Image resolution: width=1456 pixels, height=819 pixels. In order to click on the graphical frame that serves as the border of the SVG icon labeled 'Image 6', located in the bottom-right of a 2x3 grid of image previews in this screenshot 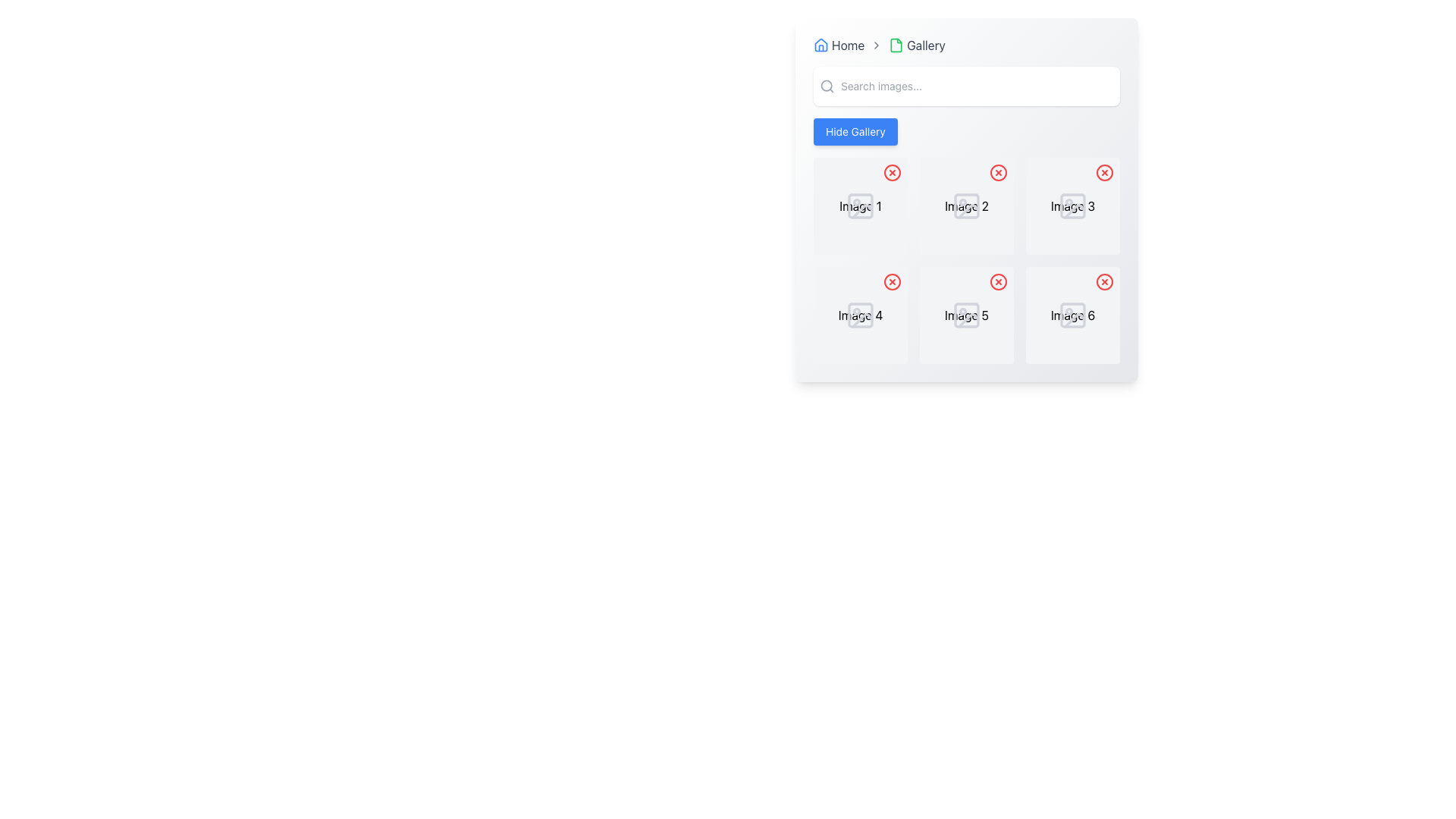, I will do `click(1072, 315)`.